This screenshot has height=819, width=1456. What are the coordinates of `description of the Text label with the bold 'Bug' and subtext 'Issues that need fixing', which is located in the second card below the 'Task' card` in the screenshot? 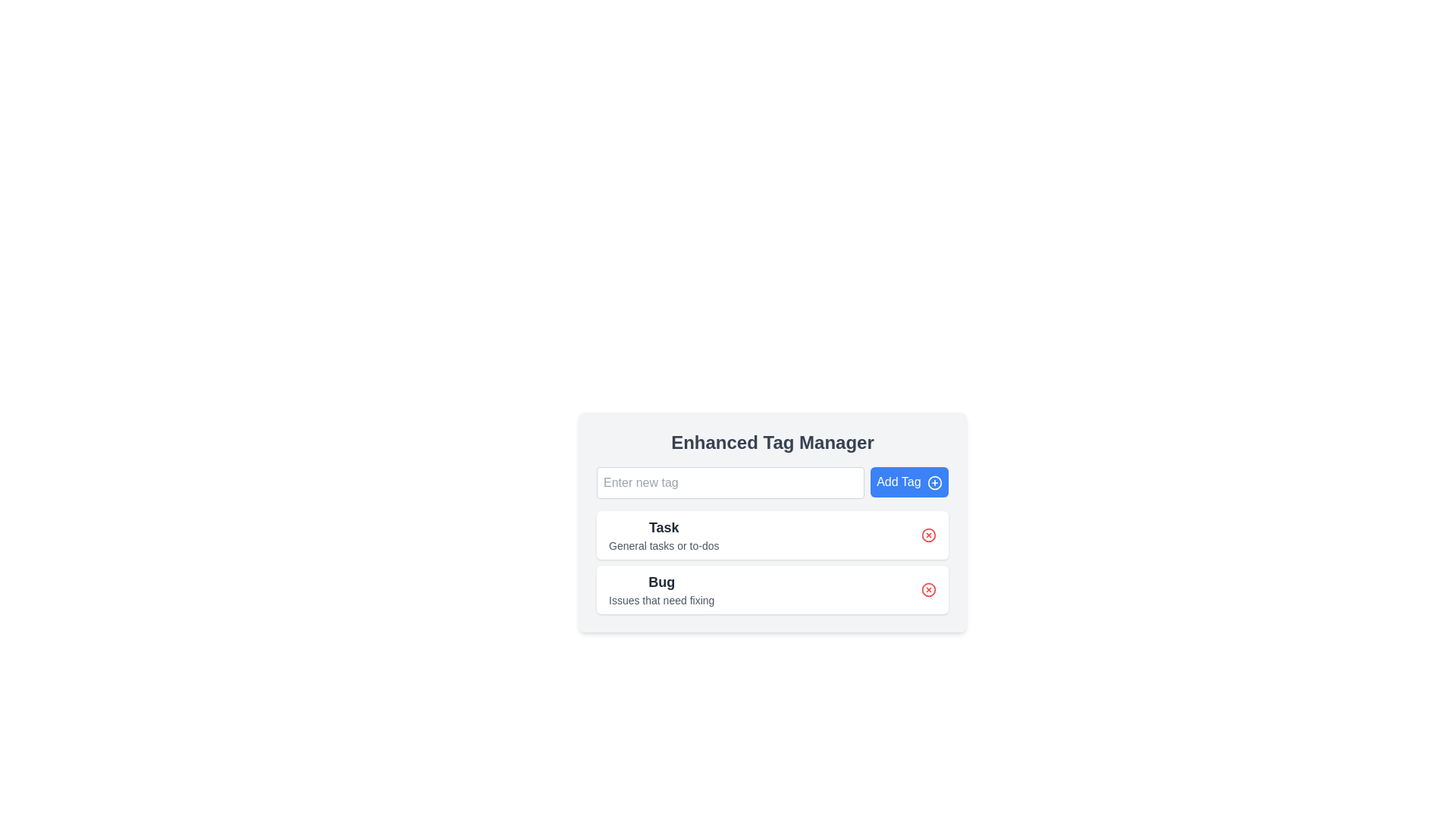 It's located at (661, 589).